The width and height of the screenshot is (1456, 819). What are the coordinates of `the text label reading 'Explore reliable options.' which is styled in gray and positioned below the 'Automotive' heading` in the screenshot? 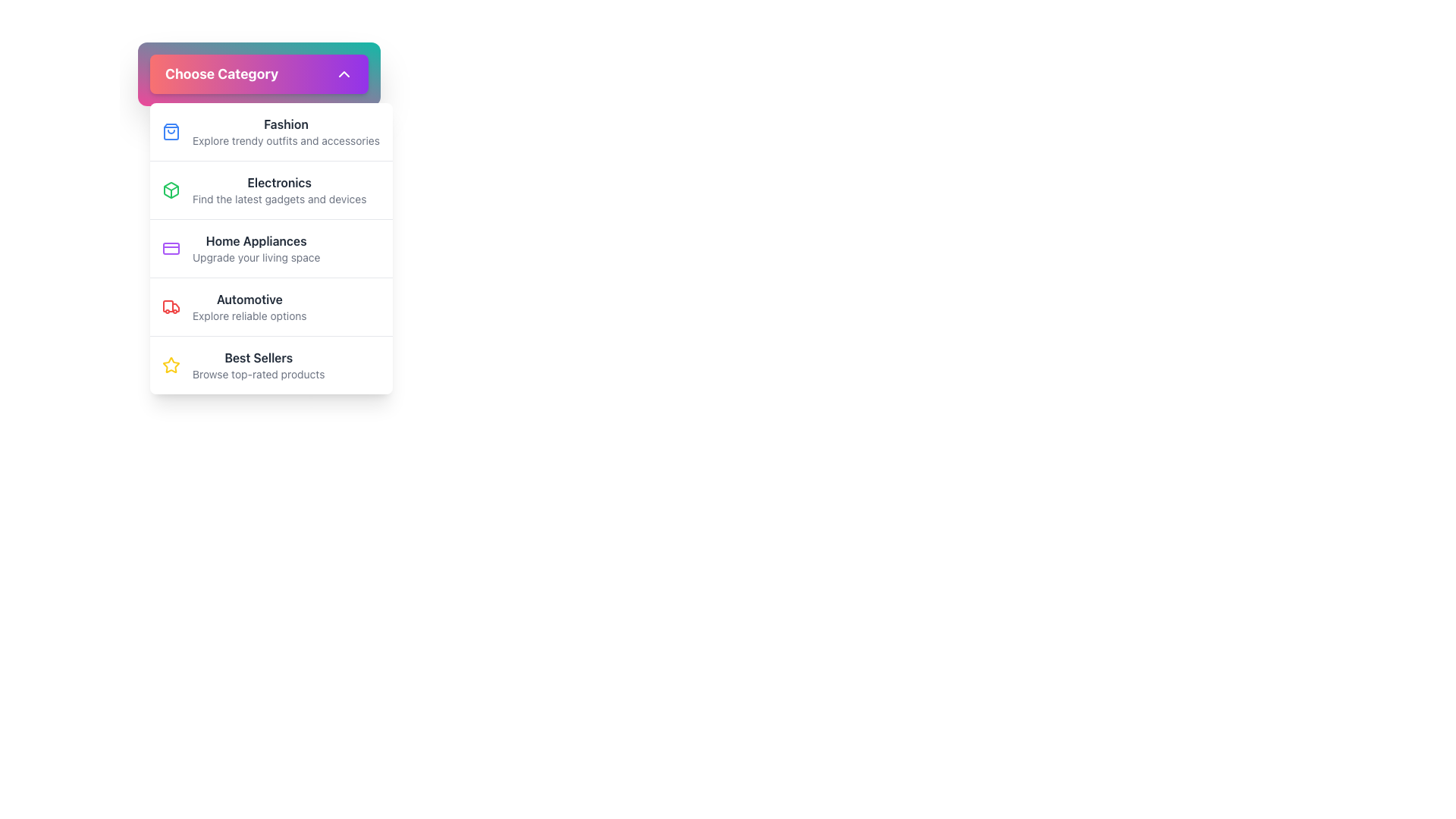 It's located at (249, 315).